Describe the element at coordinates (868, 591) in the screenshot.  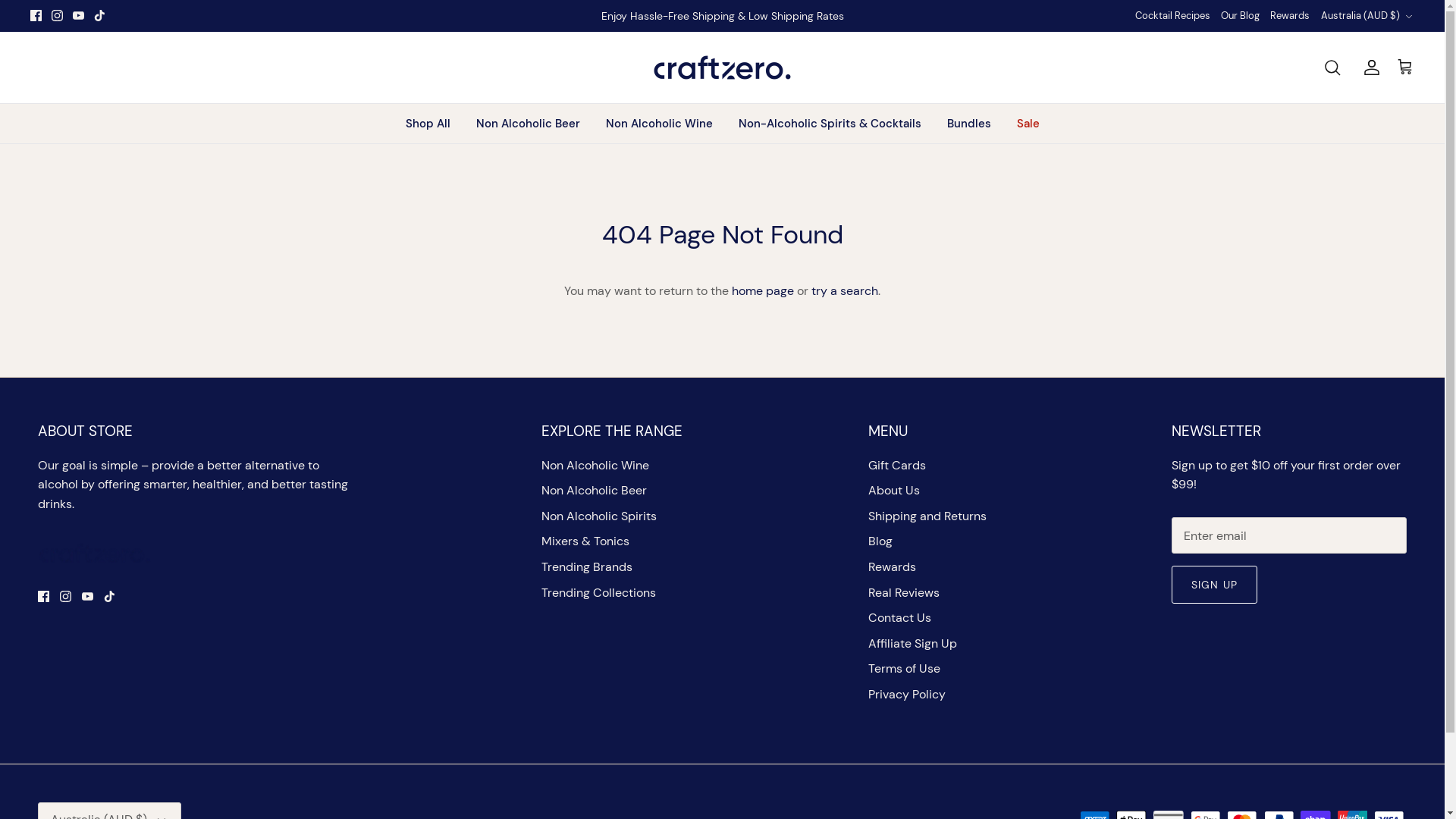
I see `'Real Reviews'` at that location.